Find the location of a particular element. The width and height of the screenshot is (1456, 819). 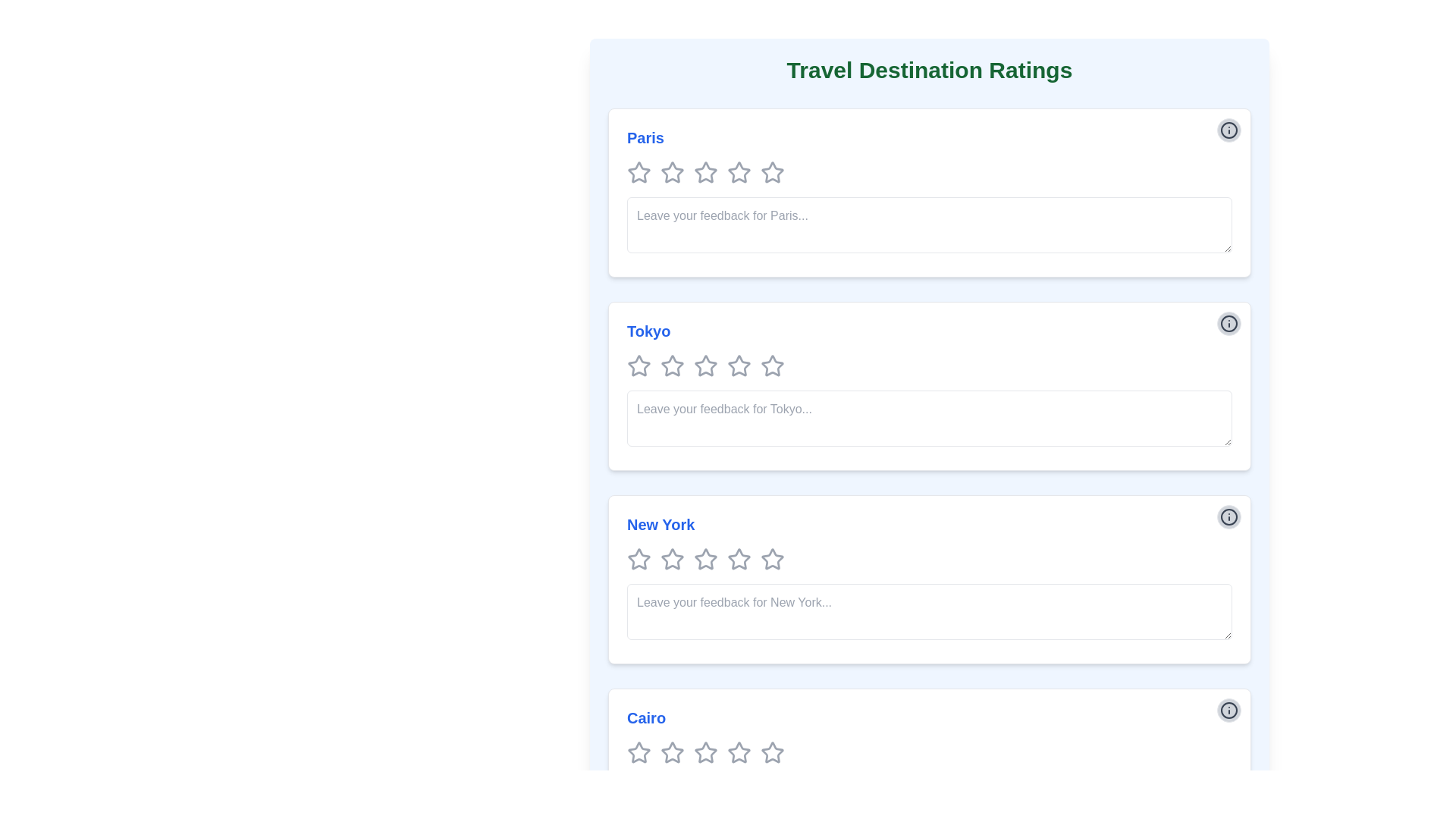

the rating widget composed of star icons located beneath the title 'Paris' is located at coordinates (928, 171).